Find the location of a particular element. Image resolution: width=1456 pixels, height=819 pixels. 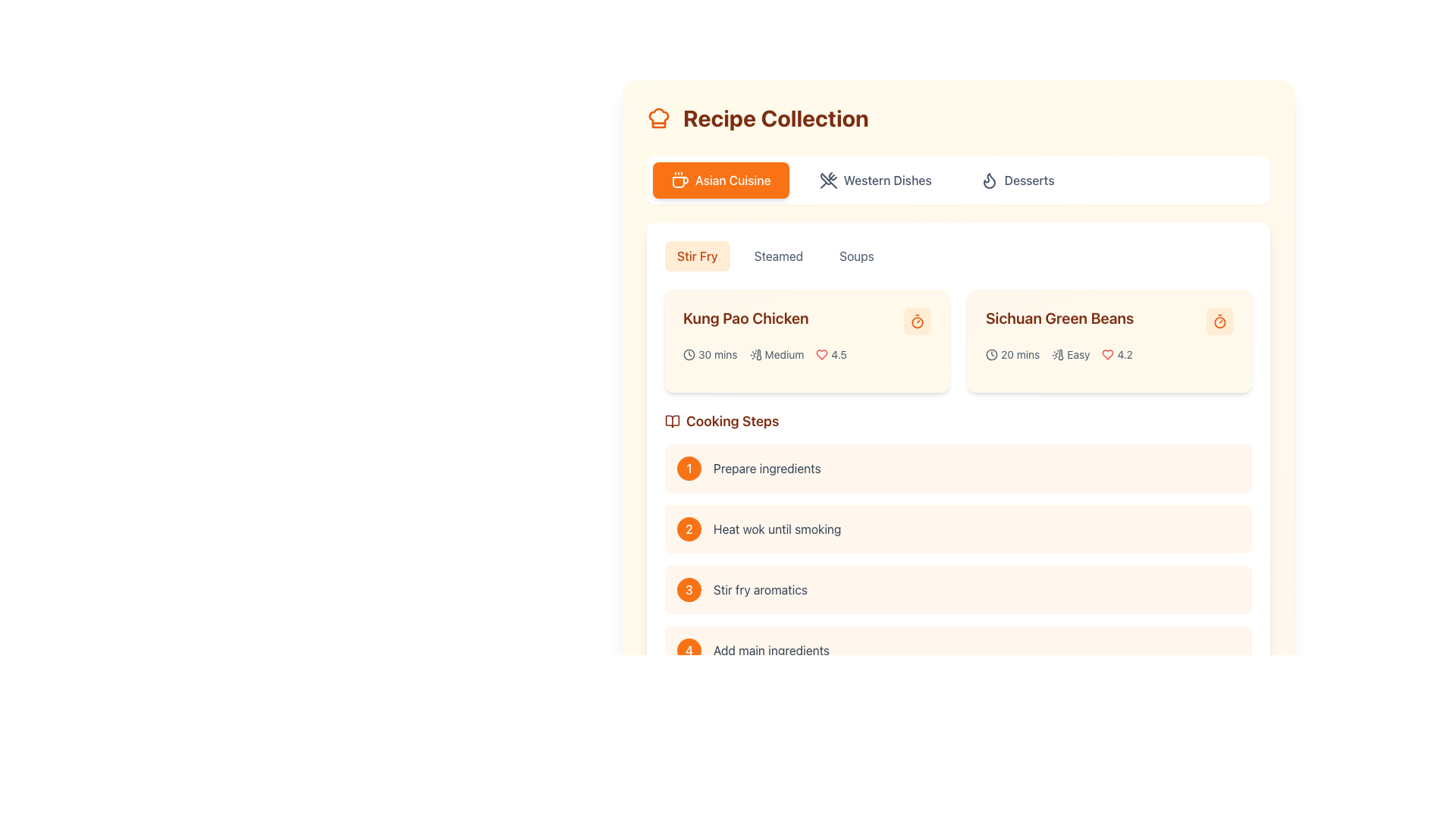

the circular Step indicator badge with a bright orange background and white text '2' to interact is located at coordinates (688, 529).